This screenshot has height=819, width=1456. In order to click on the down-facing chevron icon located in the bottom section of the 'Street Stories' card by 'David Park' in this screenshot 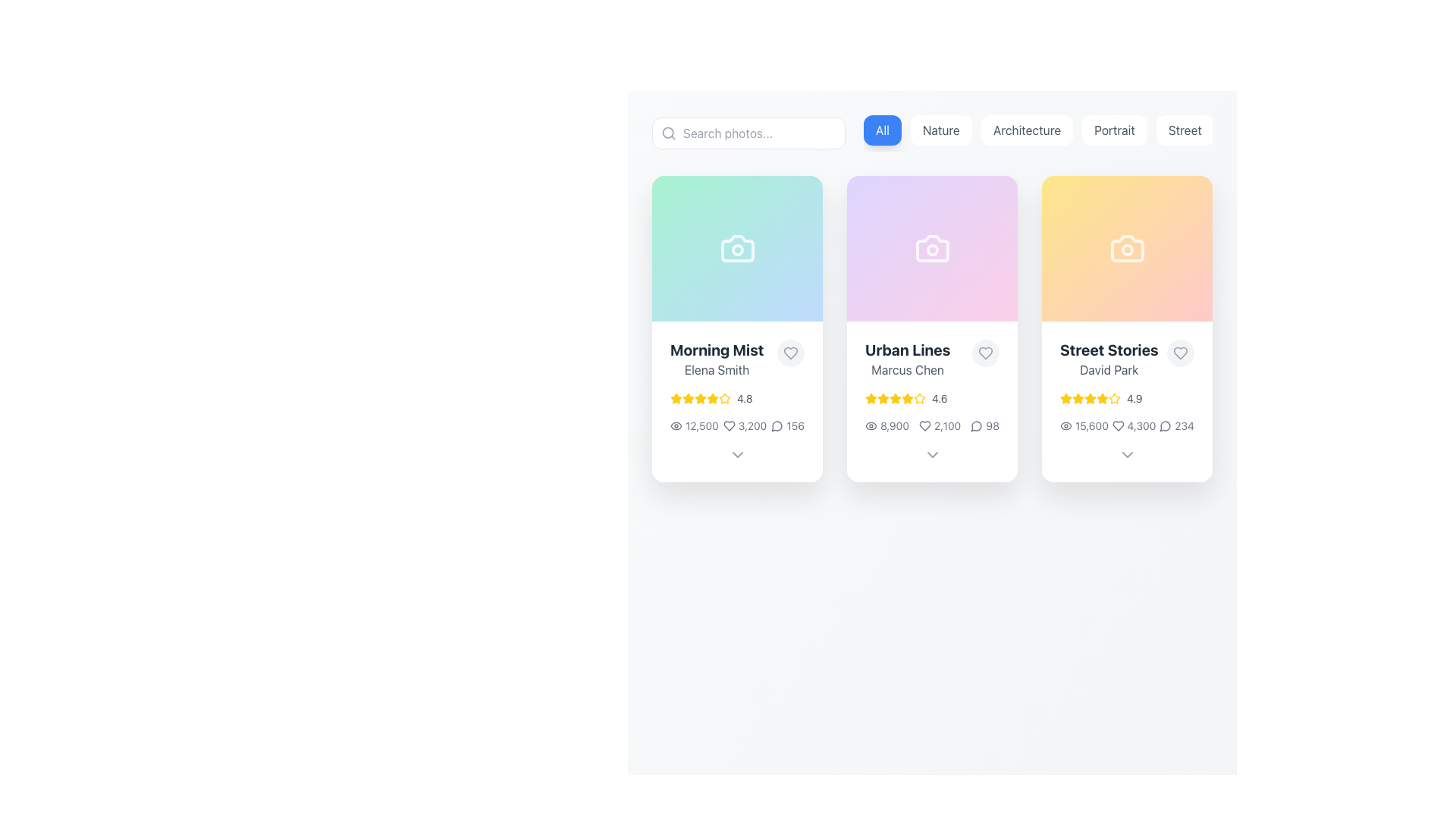, I will do `click(1127, 454)`.